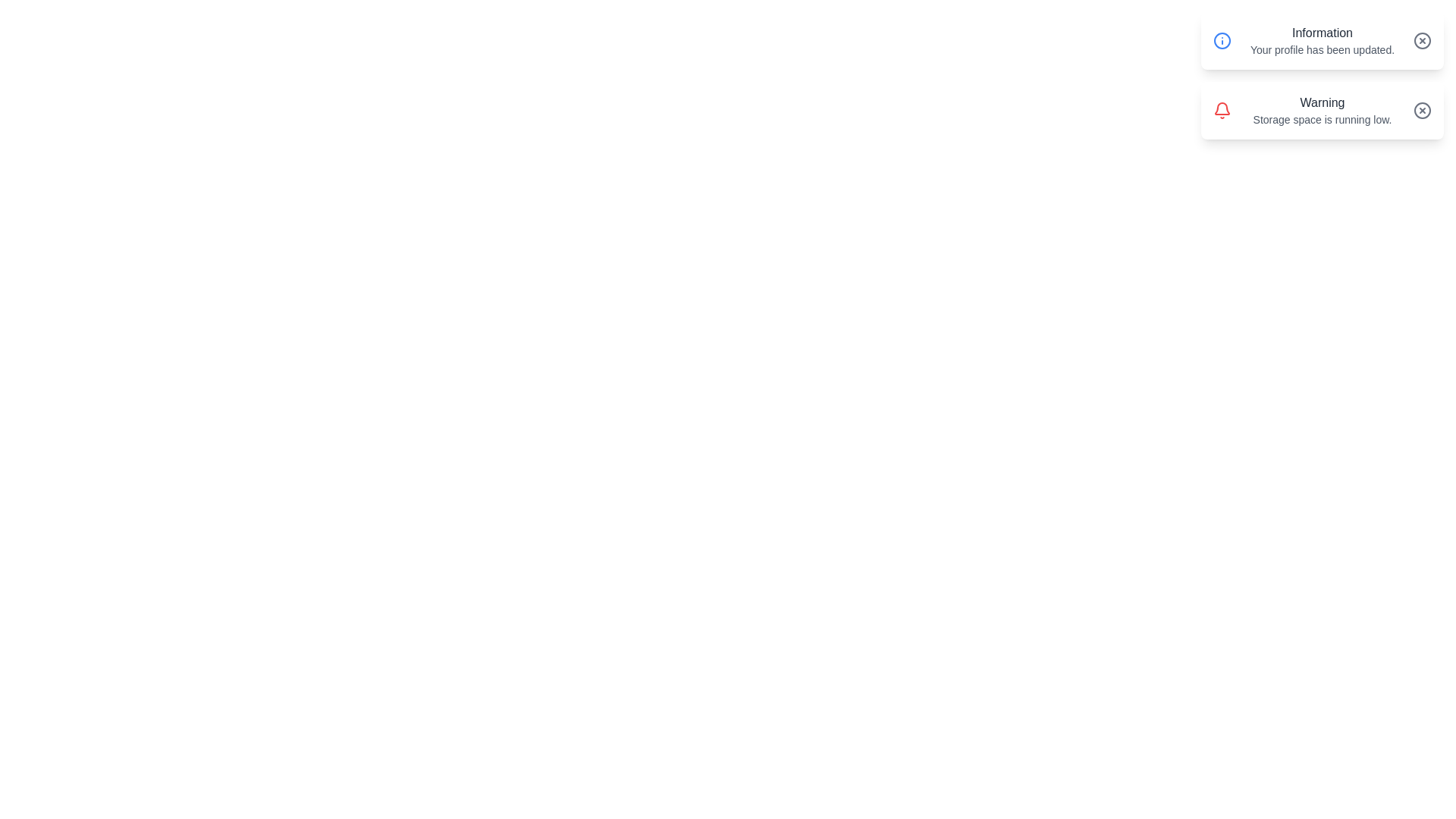 This screenshot has height=819, width=1456. What do you see at coordinates (1321, 33) in the screenshot?
I see `the text label that represents the title or category for the notification box indicating 'Your profile has been updated.'` at bounding box center [1321, 33].